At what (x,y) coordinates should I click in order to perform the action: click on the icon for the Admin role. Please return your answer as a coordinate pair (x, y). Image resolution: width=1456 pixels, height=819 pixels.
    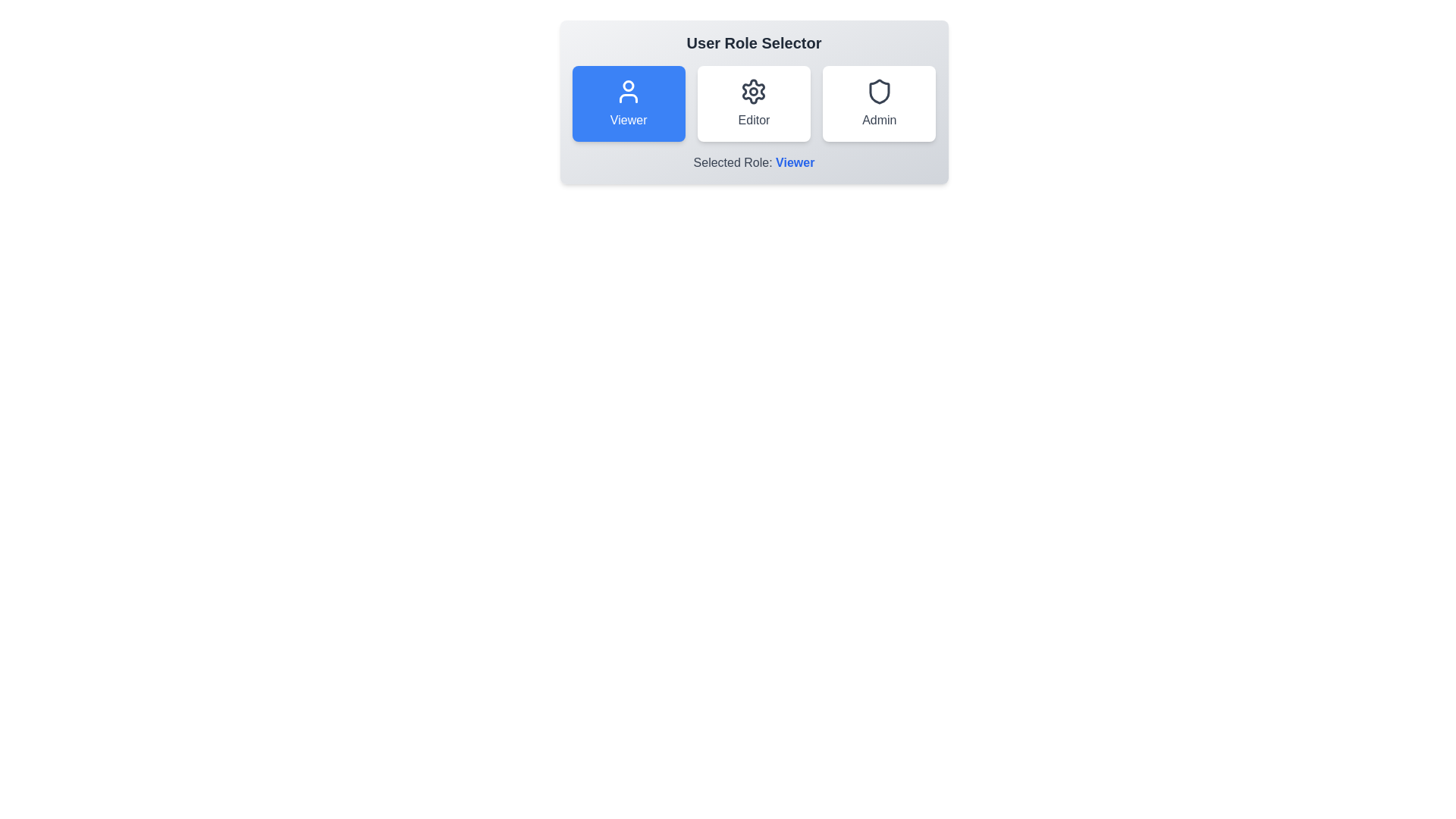
    Looking at the image, I should click on (878, 91).